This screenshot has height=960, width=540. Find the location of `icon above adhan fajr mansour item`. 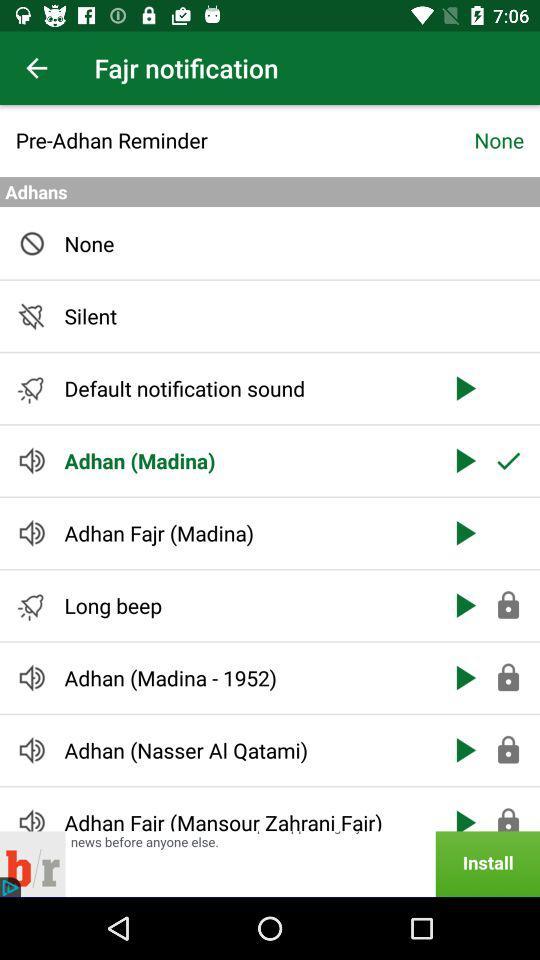

icon above adhan fajr mansour item is located at coordinates (245, 749).